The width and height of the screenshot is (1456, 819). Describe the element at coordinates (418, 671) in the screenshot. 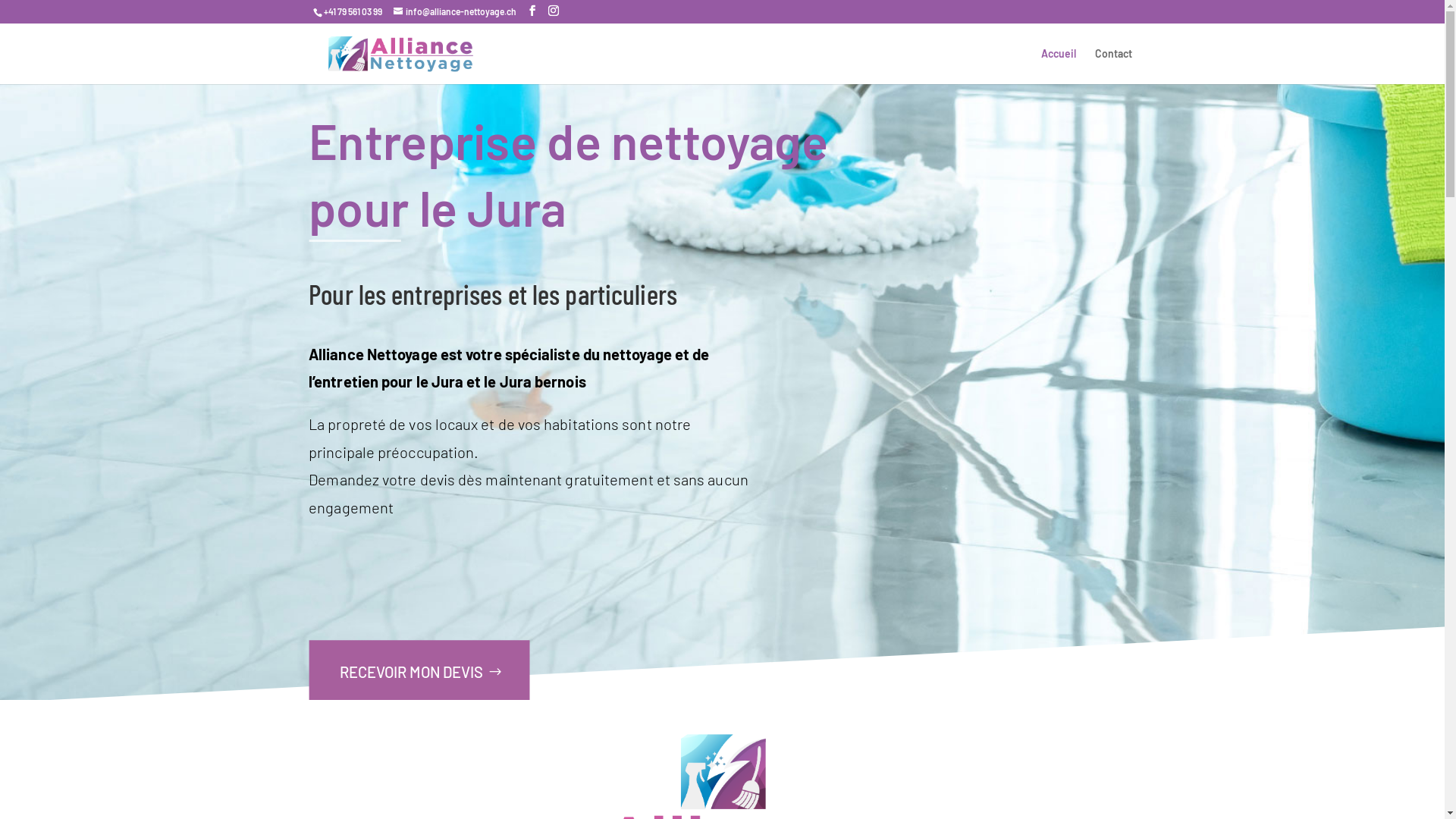

I see `'RECEVOIR MON DEVIS'` at that location.